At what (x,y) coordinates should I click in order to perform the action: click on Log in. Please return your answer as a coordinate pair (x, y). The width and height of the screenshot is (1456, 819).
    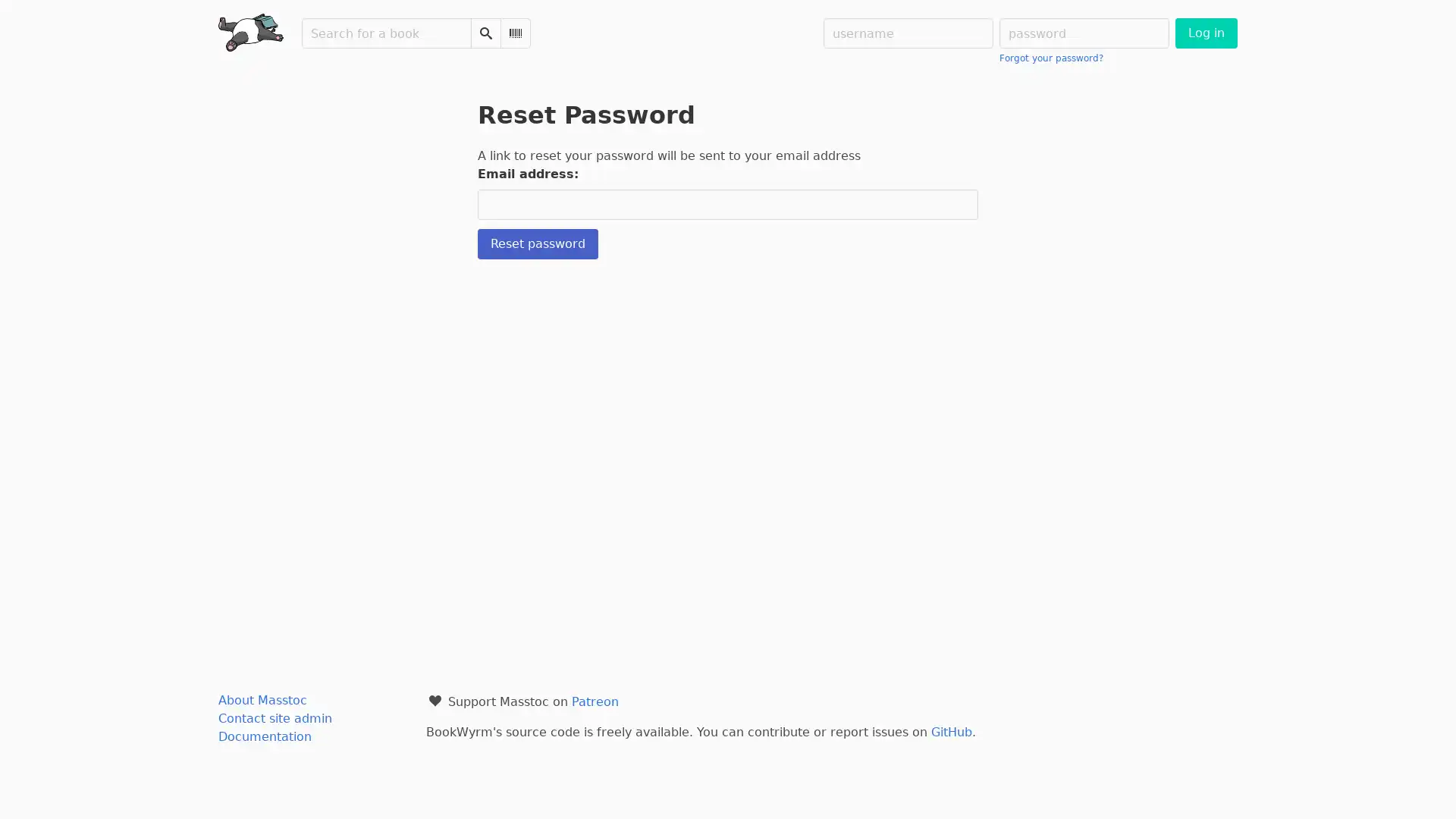
    Looking at the image, I should click on (1204, 33).